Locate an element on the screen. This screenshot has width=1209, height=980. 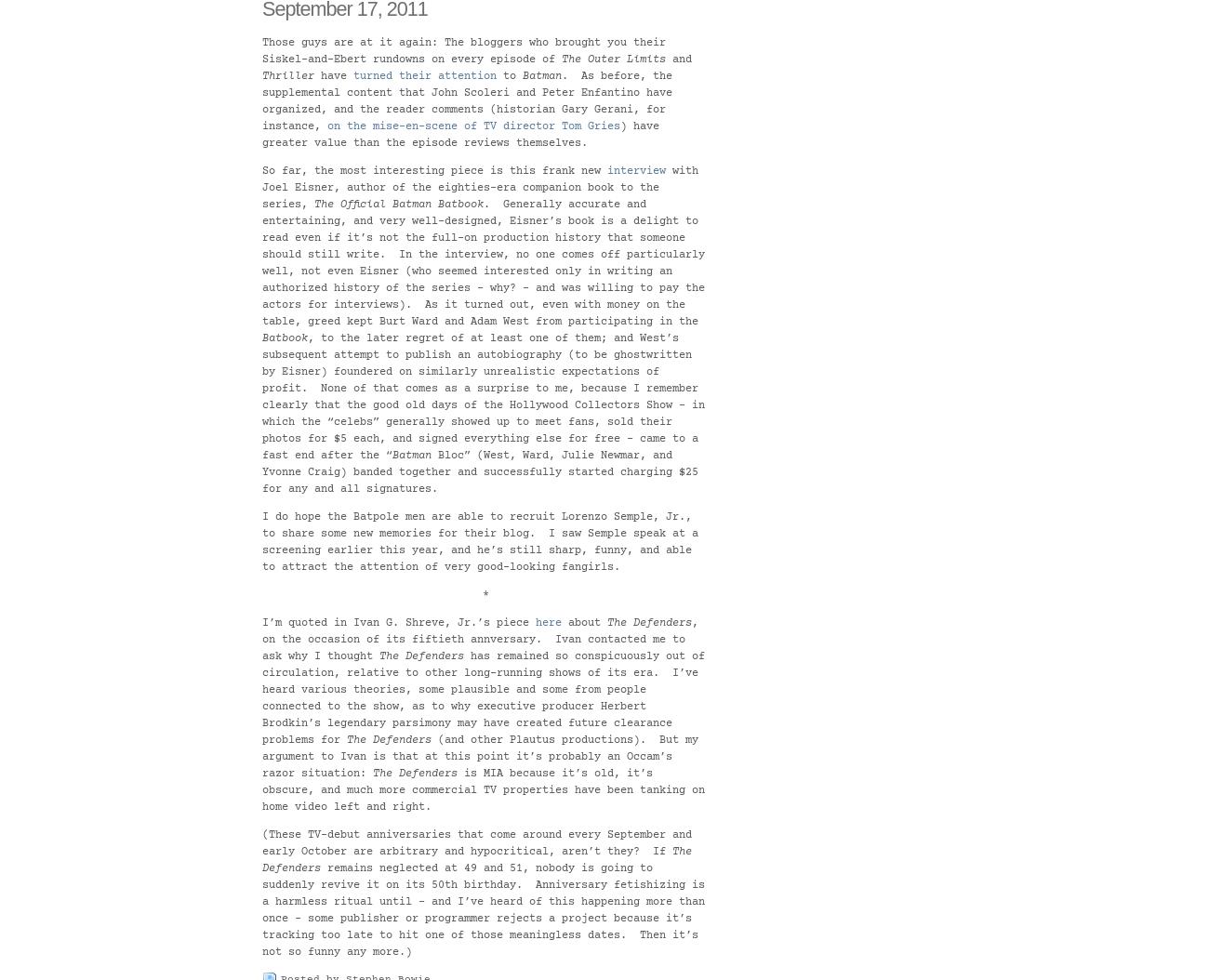
'about' is located at coordinates (584, 623).